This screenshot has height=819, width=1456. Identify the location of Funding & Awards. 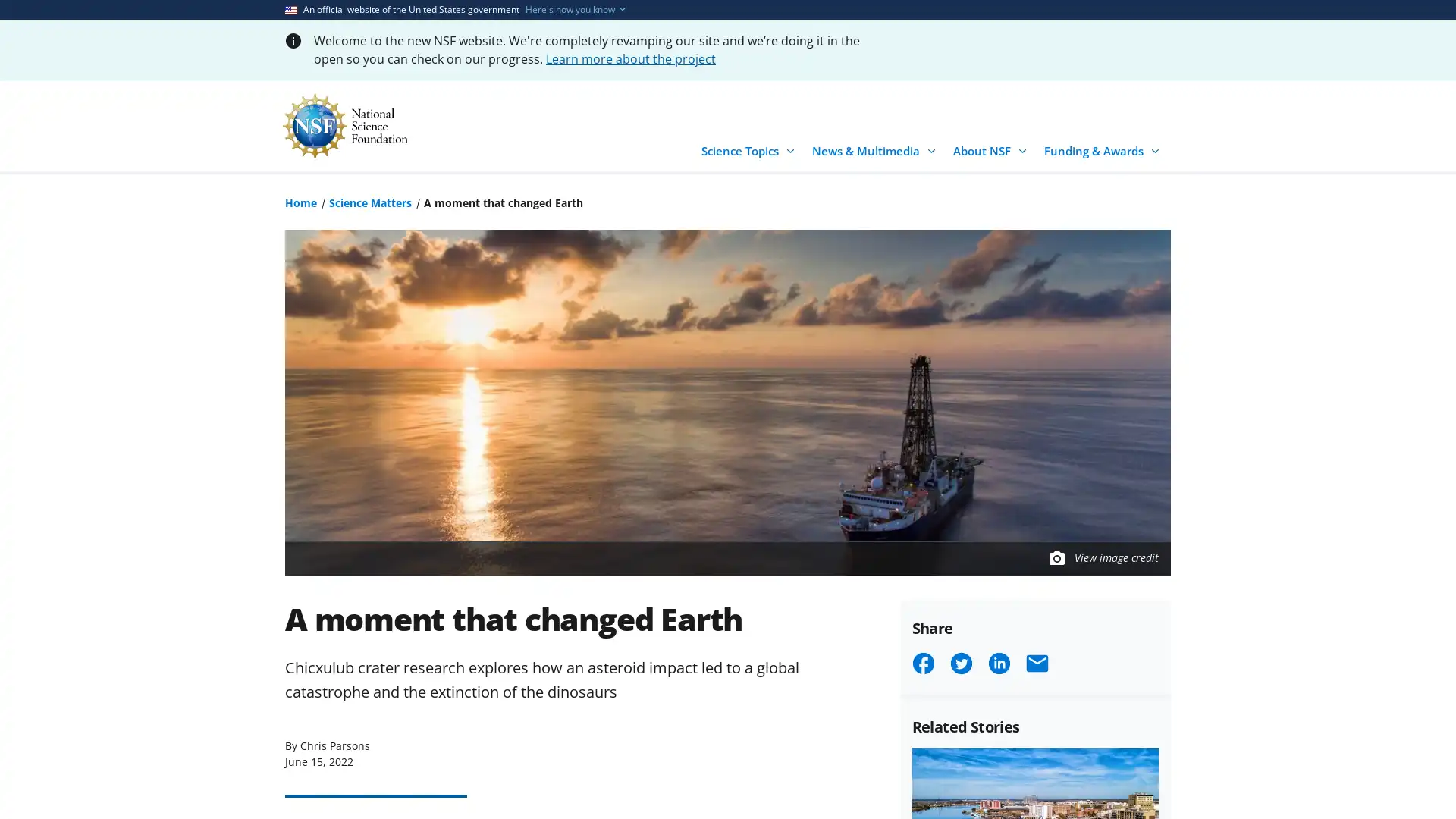
(1104, 146).